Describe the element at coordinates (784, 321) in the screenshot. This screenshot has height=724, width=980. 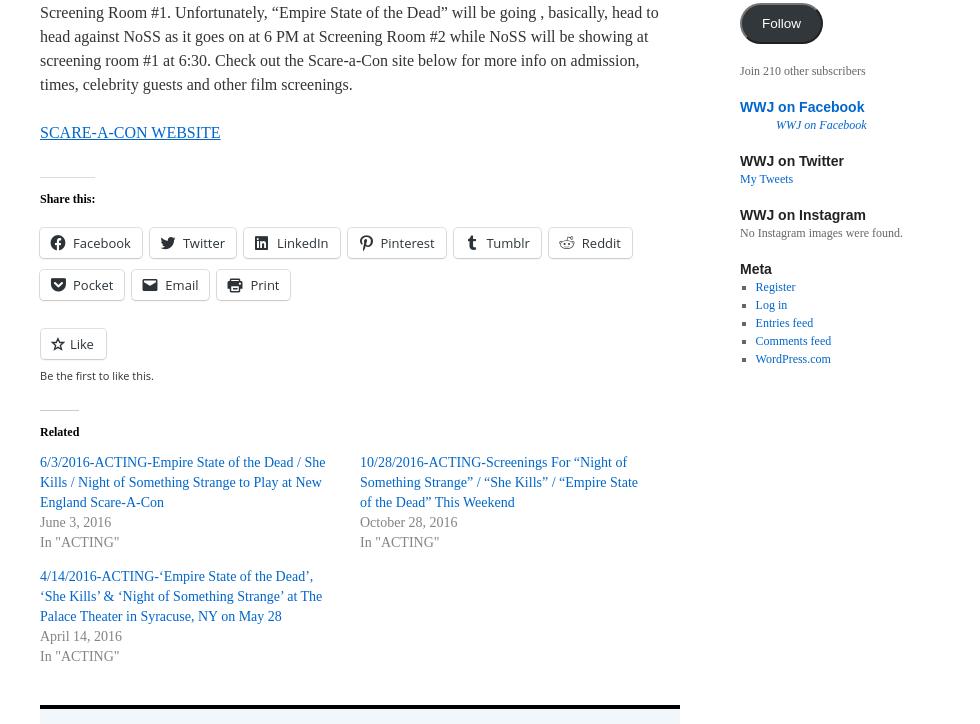
I see `'Entries feed'` at that location.